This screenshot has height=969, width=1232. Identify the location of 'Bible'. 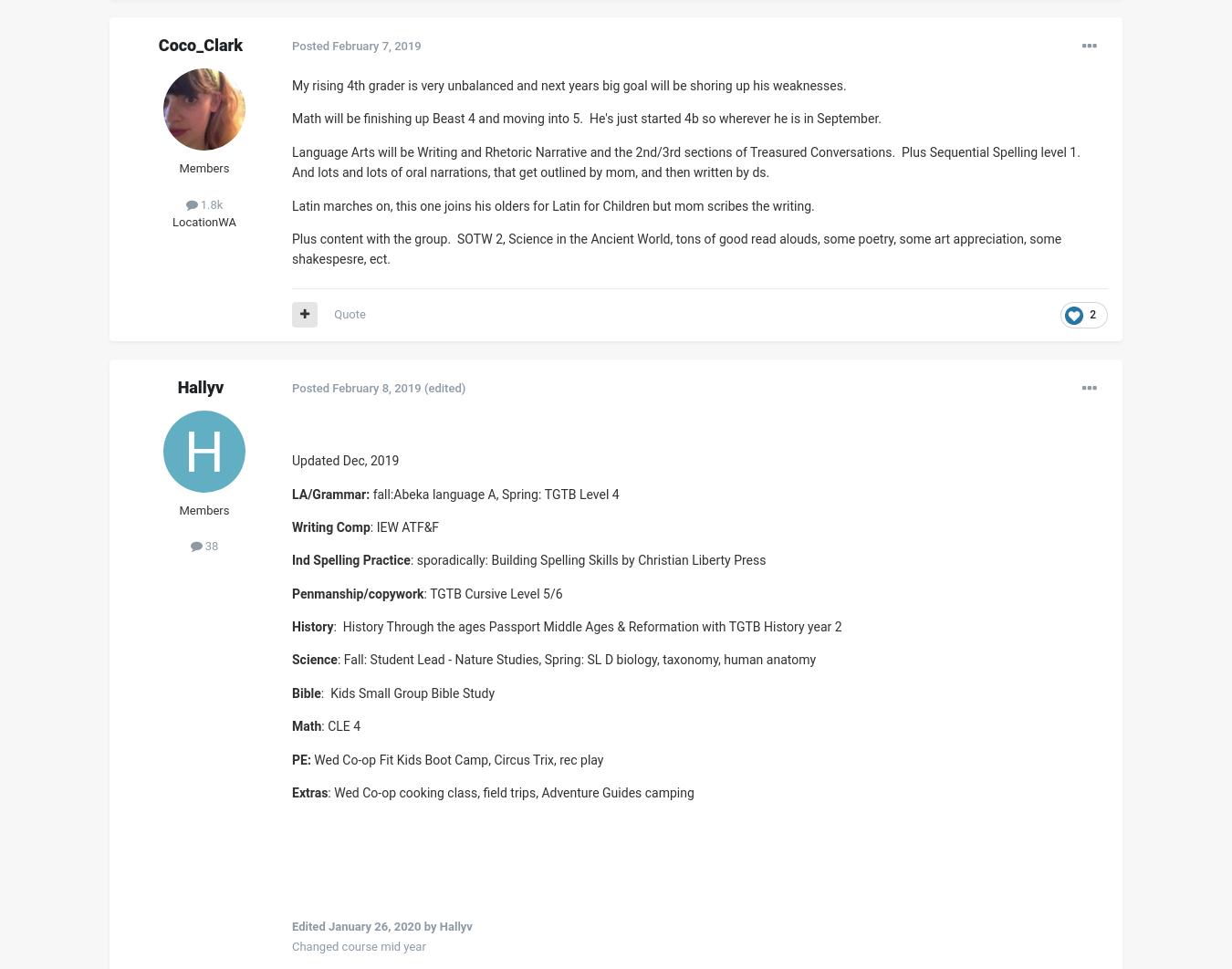
(290, 693).